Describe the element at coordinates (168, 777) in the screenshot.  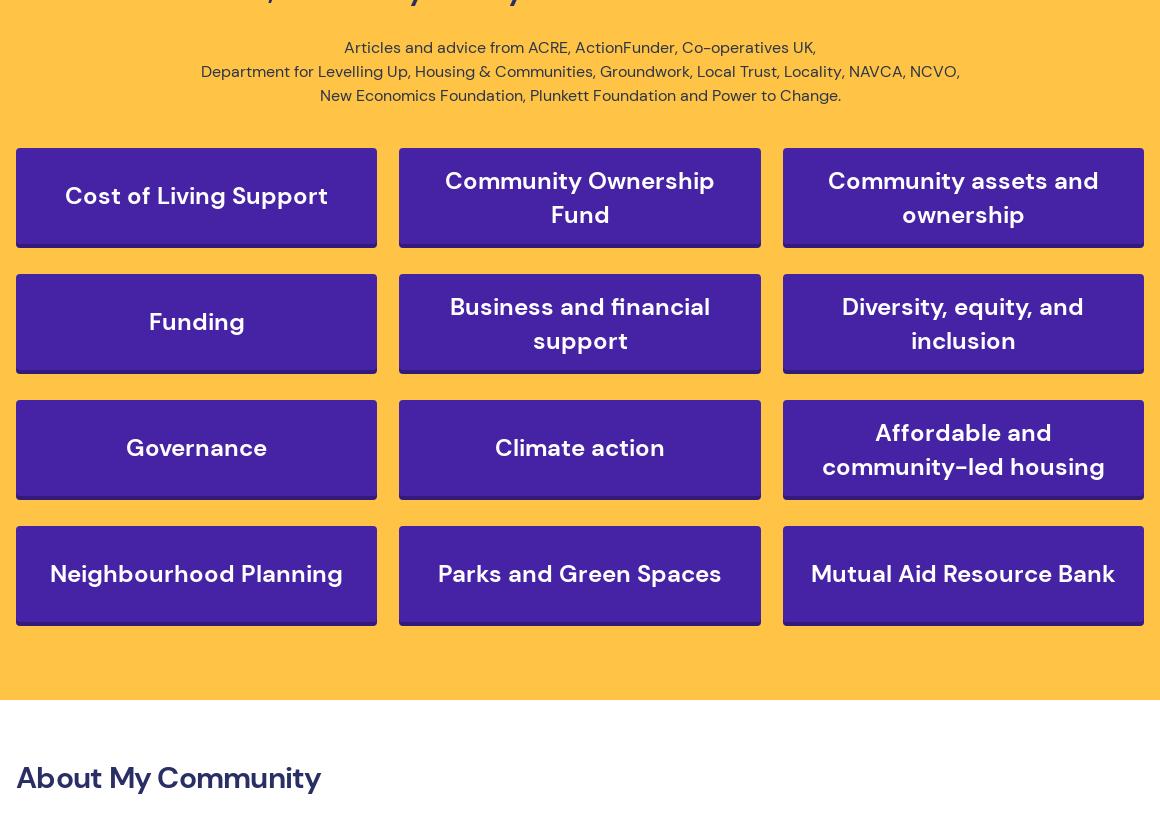
I see `'About My Community'` at that location.